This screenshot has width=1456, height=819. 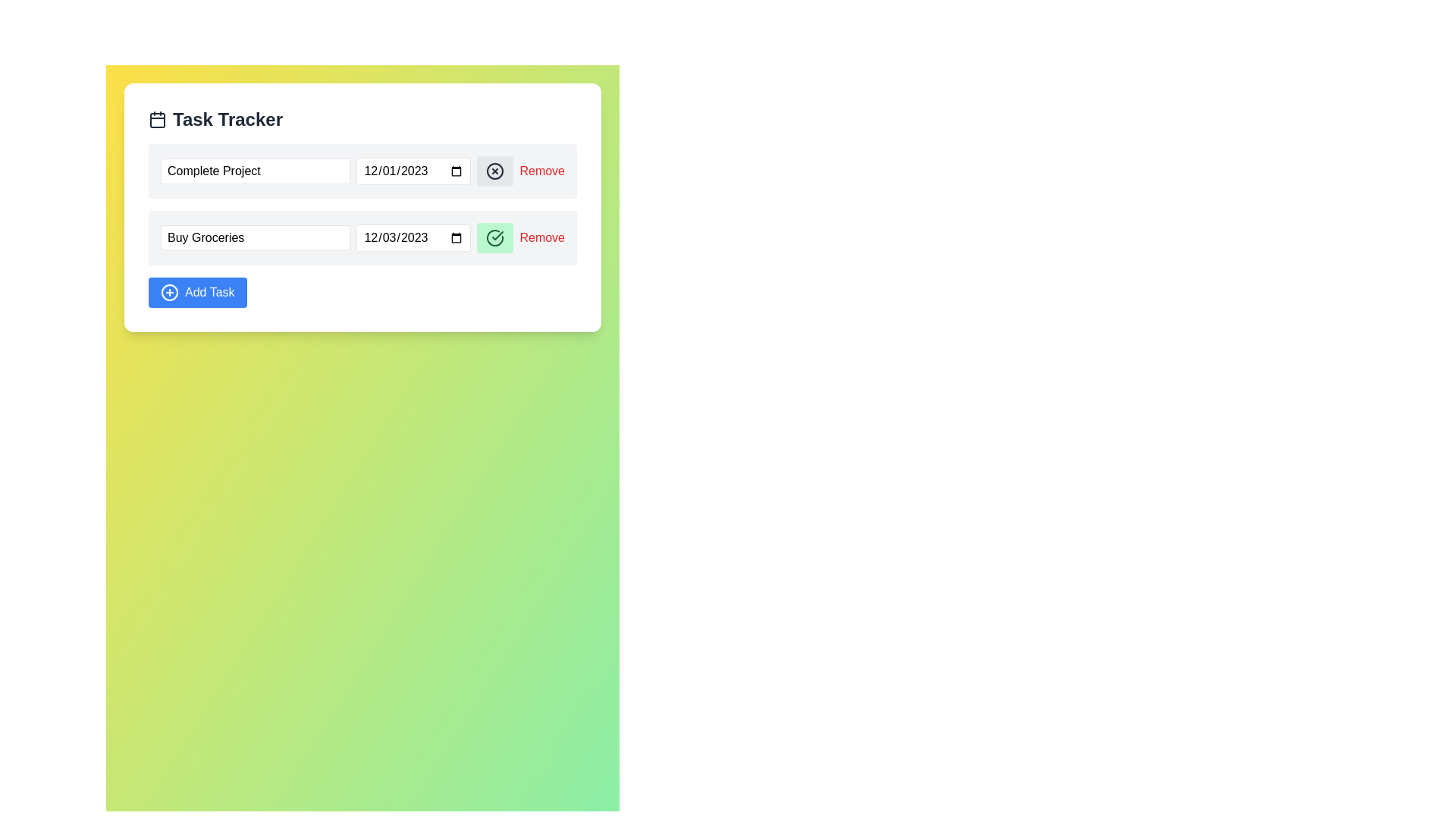 I want to click on the confirmation button located to the right of the 'Buy Groceries' input field and the date picker showing '2023-12-03' to check the associated task, so click(x=495, y=237).